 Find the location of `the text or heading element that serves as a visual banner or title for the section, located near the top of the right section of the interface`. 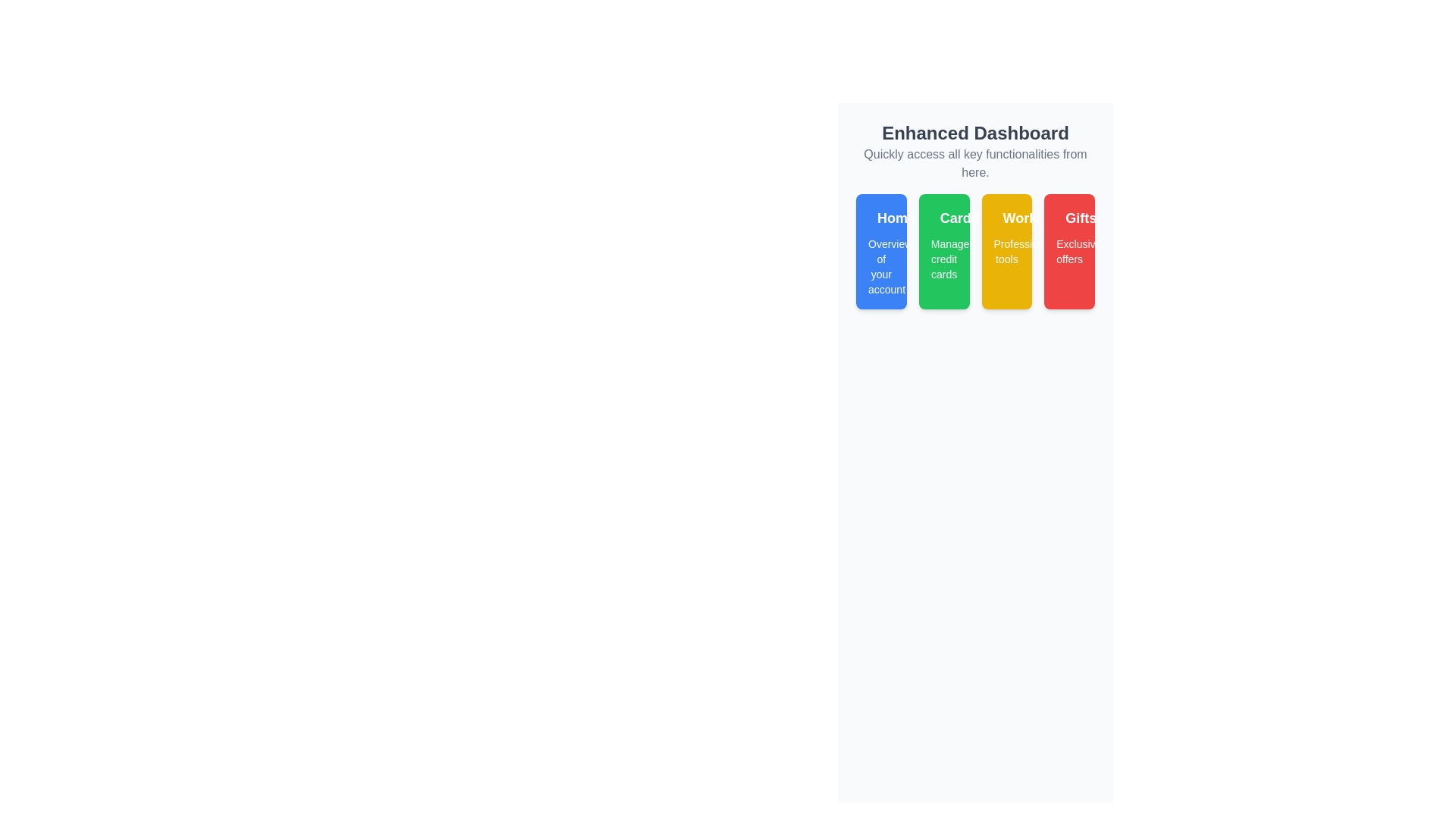

the text or heading element that serves as a visual banner or title for the section, located near the top of the right section of the interface is located at coordinates (975, 133).